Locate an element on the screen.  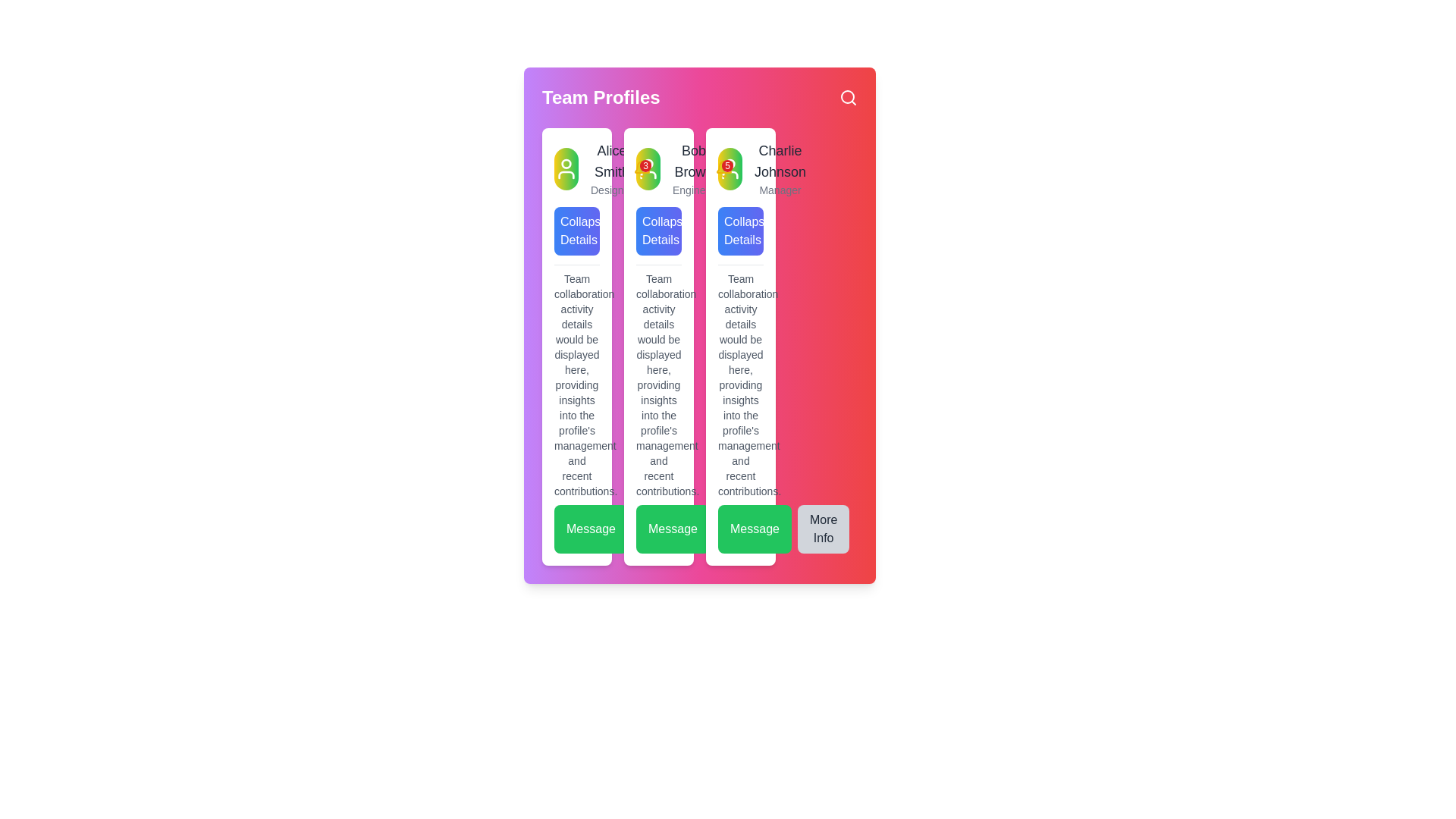
the 'Alice Smith' text label, which is displayed in gray and is part of the information card in the 'Team Profiles' interface is located at coordinates (611, 161).